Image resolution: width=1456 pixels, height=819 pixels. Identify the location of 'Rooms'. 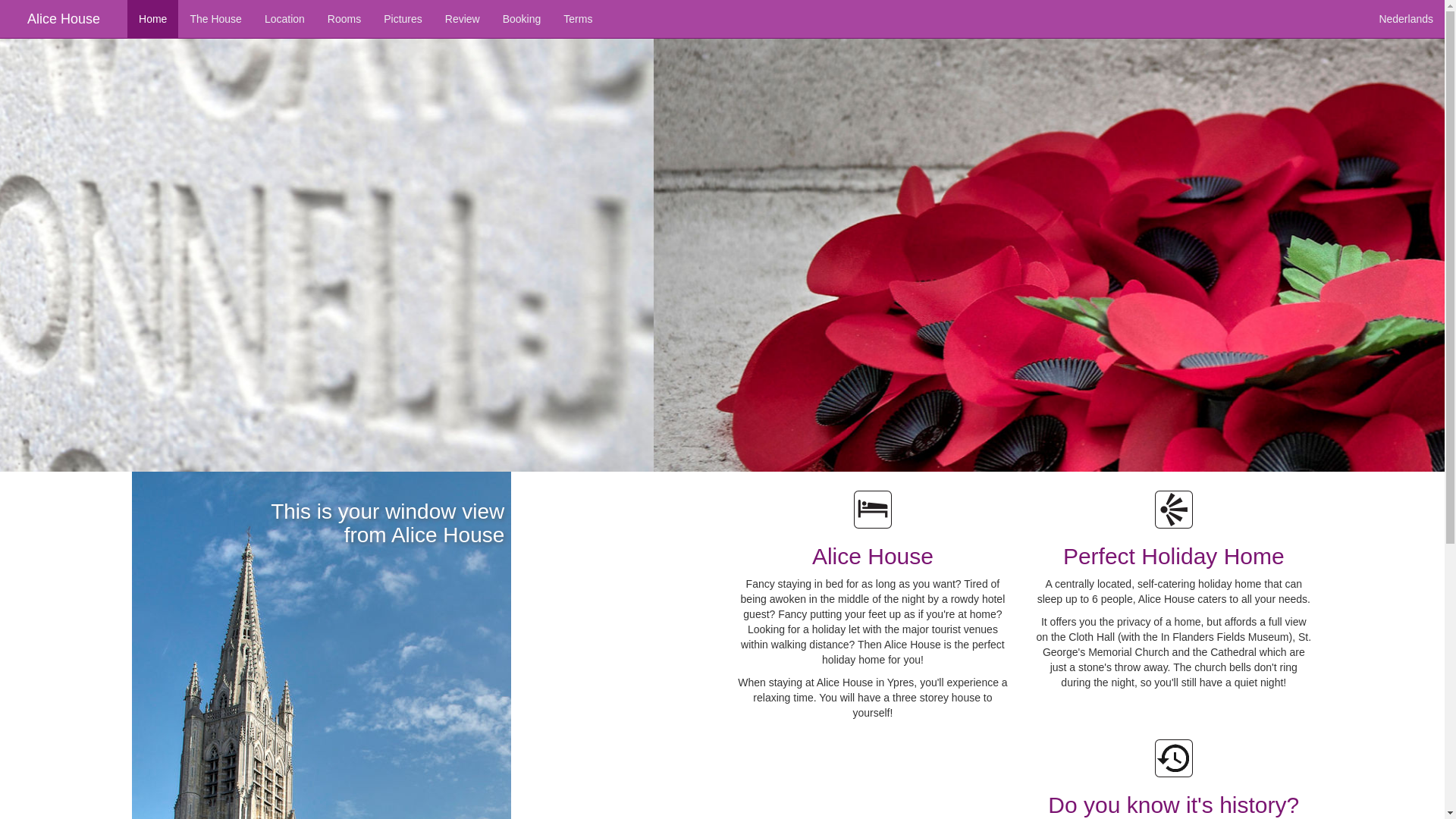
(315, 18).